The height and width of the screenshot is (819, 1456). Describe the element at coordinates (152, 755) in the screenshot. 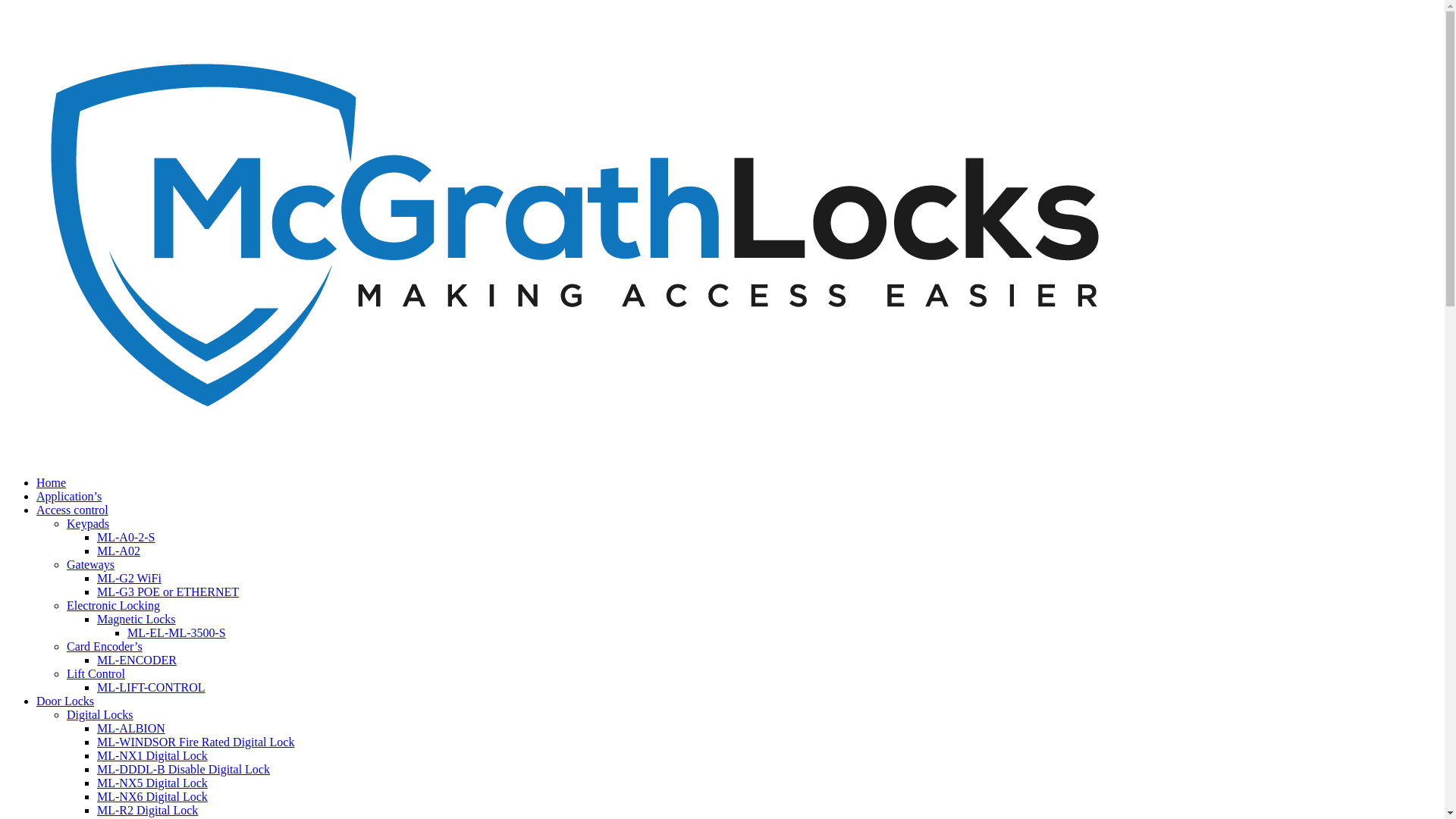

I see `'ML-NX1 Digital Lock'` at that location.